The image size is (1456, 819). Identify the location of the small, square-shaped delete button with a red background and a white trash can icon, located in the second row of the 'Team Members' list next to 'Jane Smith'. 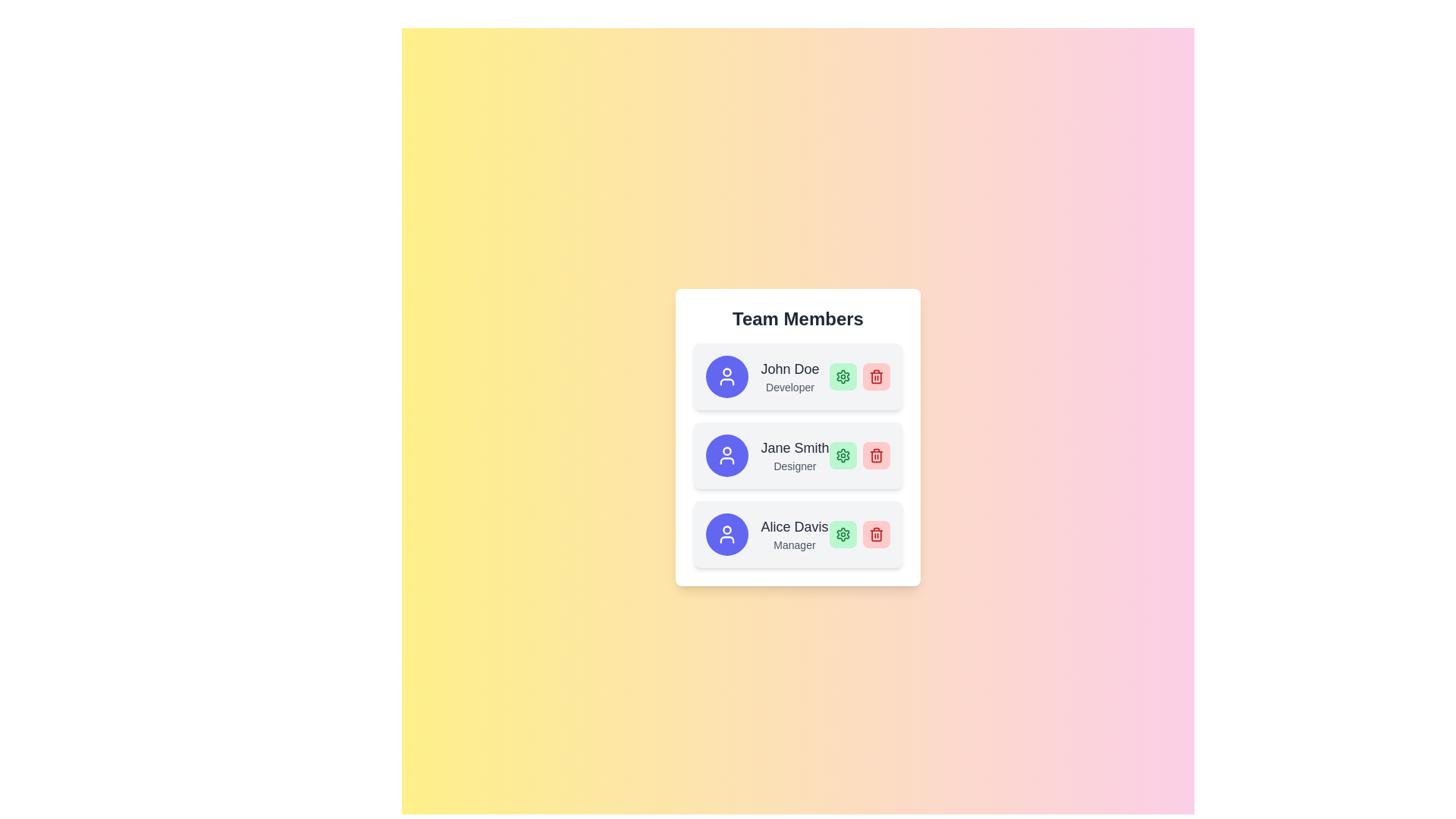
(876, 455).